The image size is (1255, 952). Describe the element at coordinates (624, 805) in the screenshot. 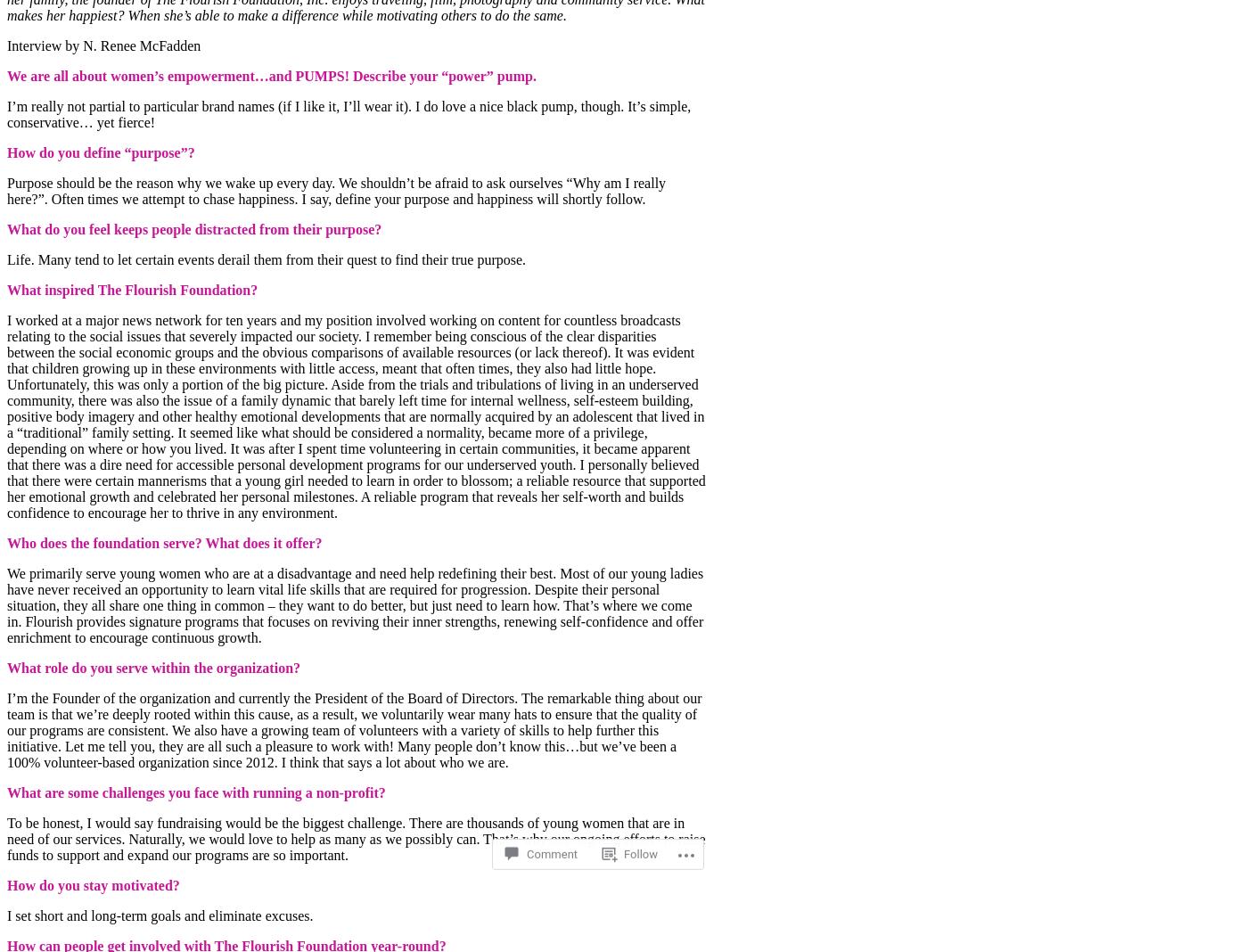

I see `'Follow'` at that location.